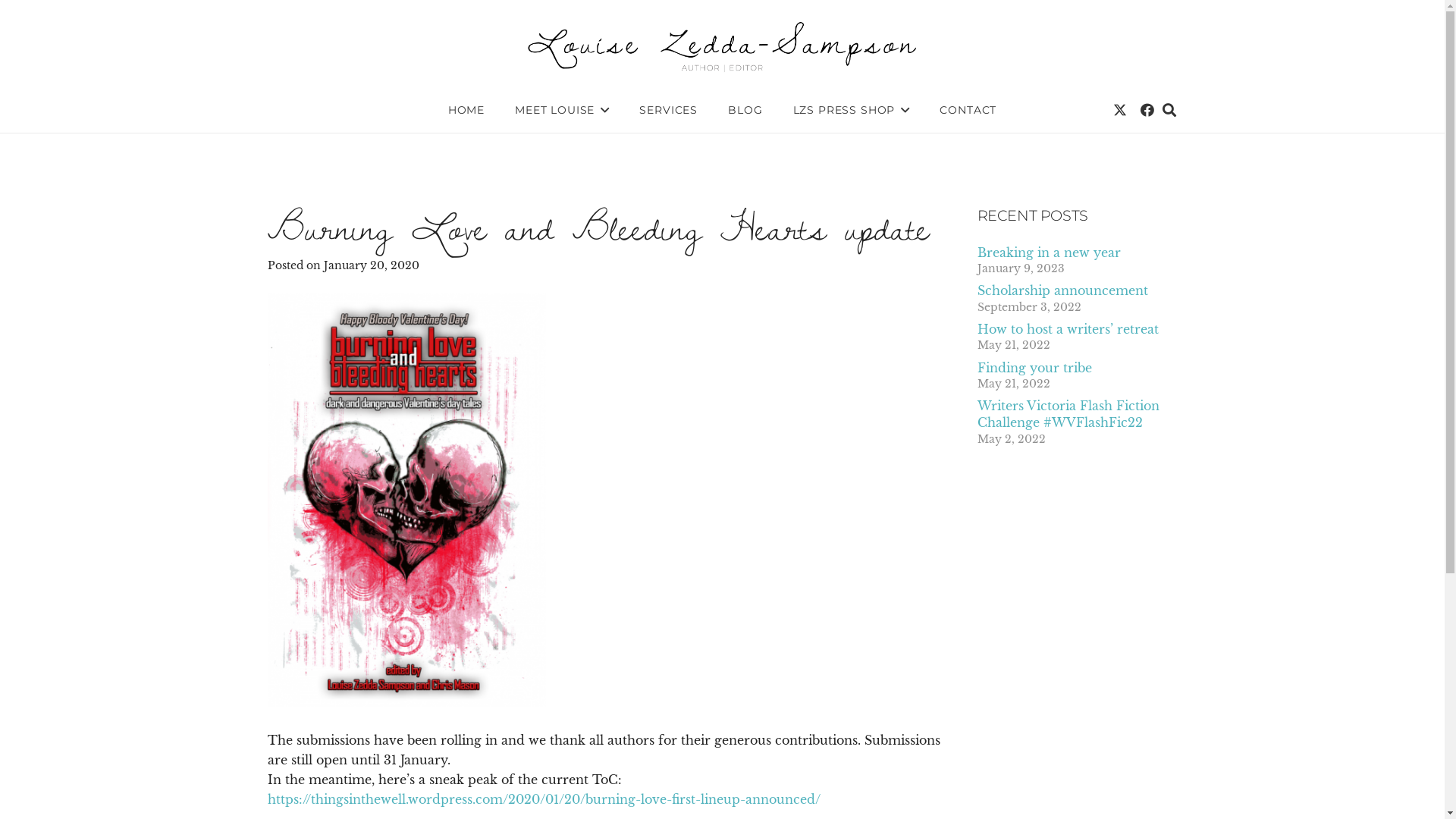 The image size is (1456, 819). Describe the element at coordinates (967, 109) in the screenshot. I see `'CONTACT'` at that location.